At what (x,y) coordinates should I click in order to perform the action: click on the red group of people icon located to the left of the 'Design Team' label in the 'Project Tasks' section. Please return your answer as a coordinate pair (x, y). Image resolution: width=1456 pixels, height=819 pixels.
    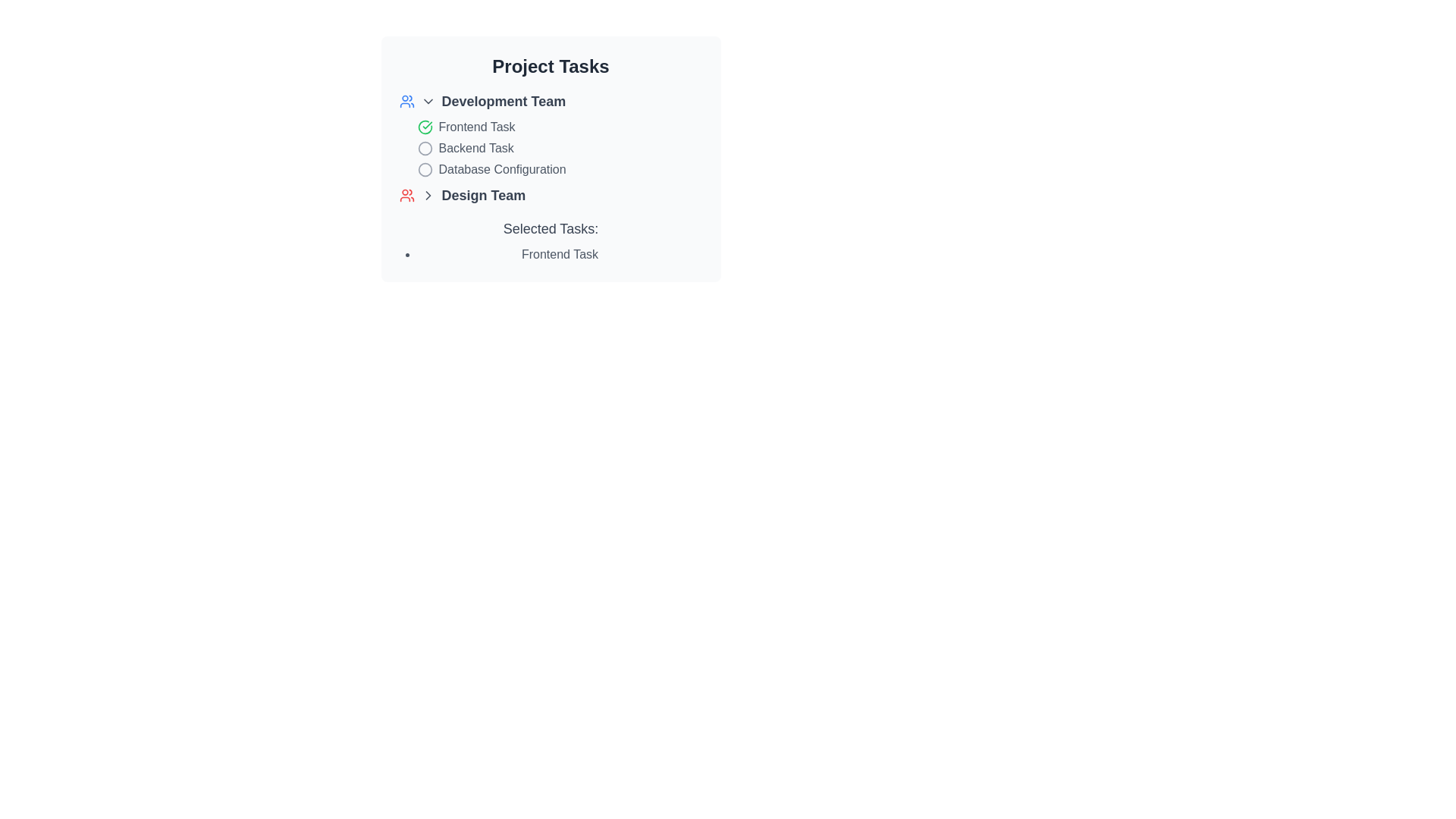
    Looking at the image, I should click on (406, 195).